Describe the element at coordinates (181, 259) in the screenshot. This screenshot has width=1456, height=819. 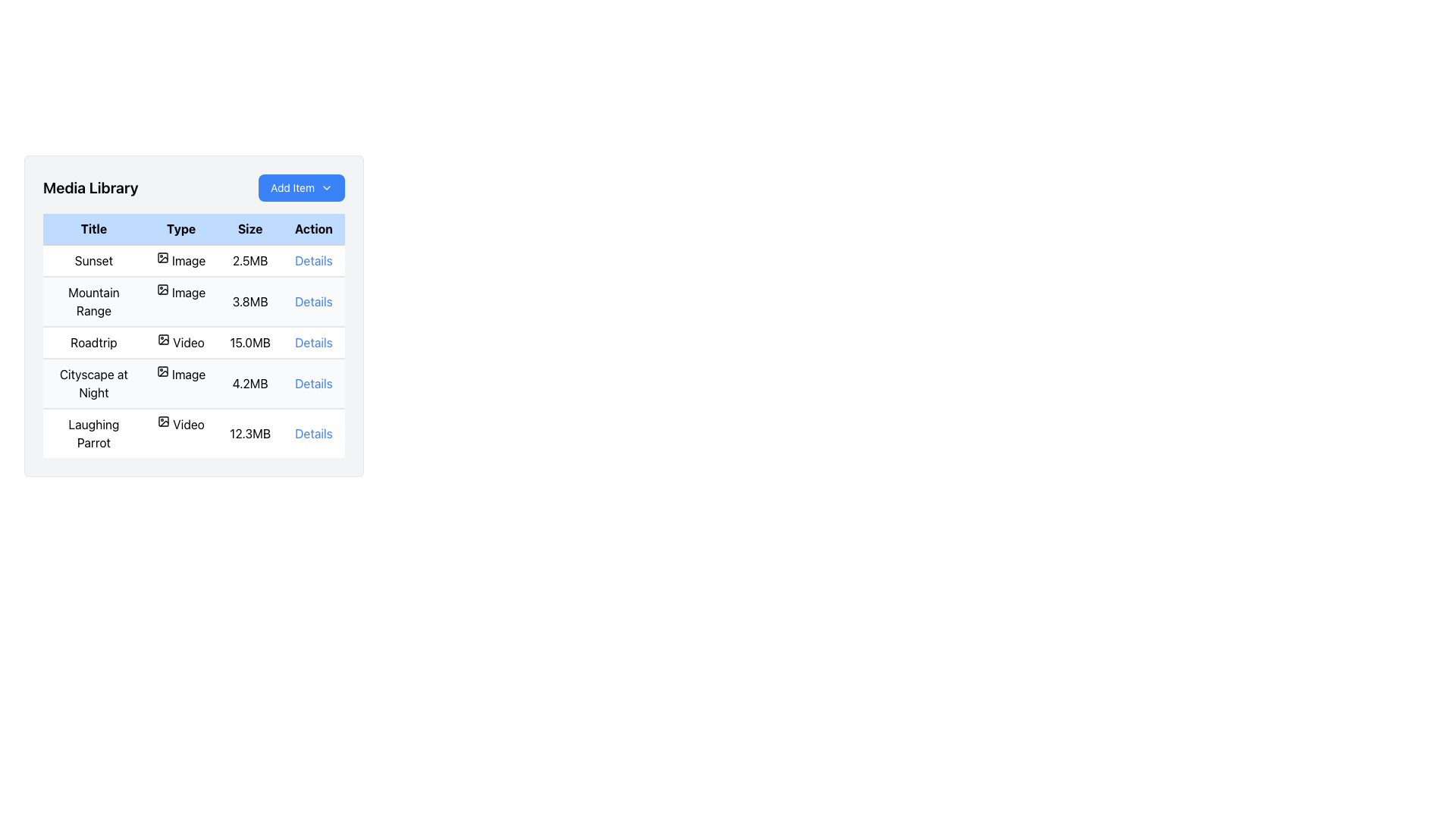
I see `the text-label element displaying the media type 'Image' for the 'Sunset' entry in the media library, located in the second column of the first row of the table` at that location.